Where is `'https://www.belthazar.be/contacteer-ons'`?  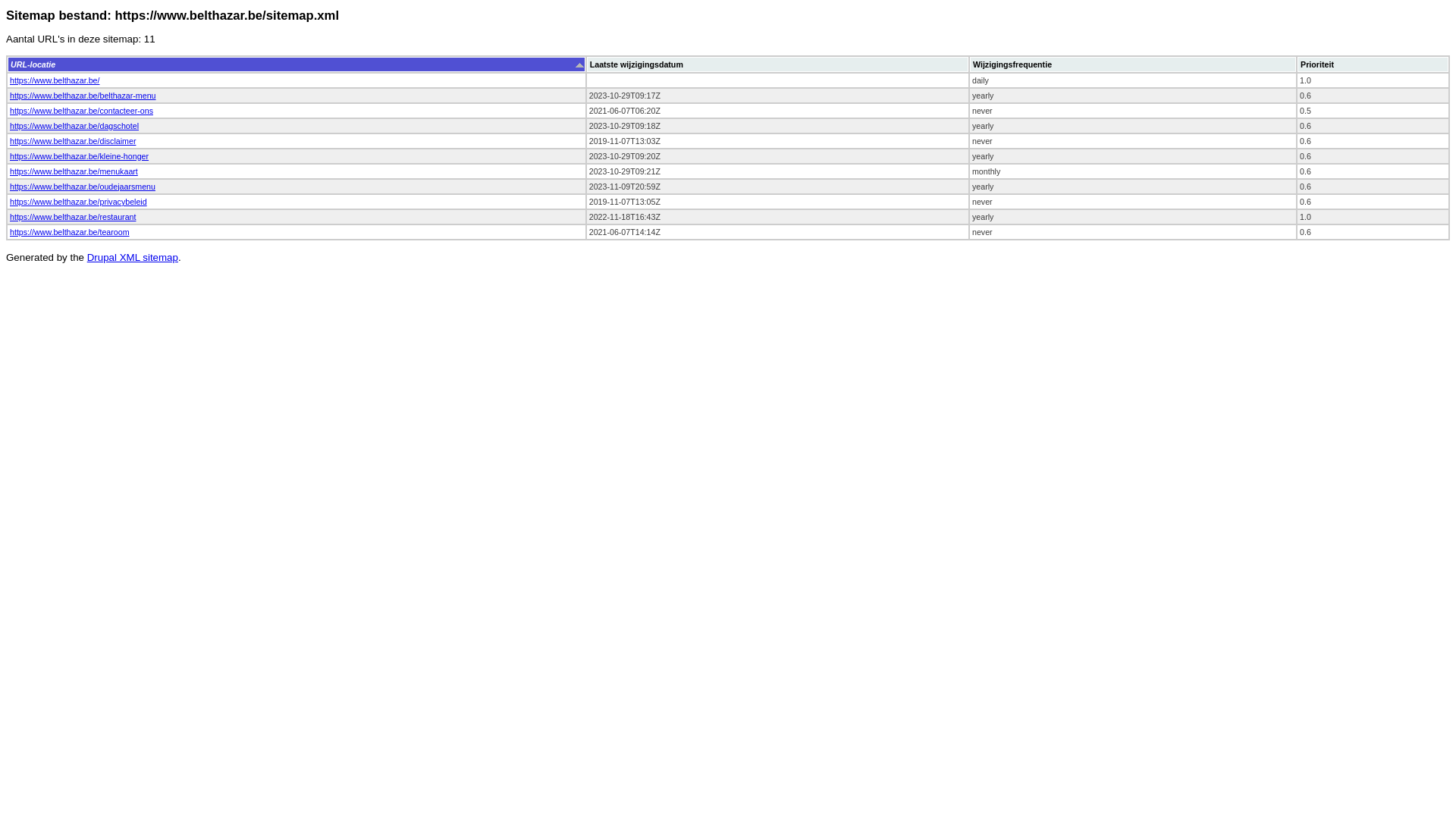
'https://www.belthazar.be/contacteer-ons' is located at coordinates (80, 110).